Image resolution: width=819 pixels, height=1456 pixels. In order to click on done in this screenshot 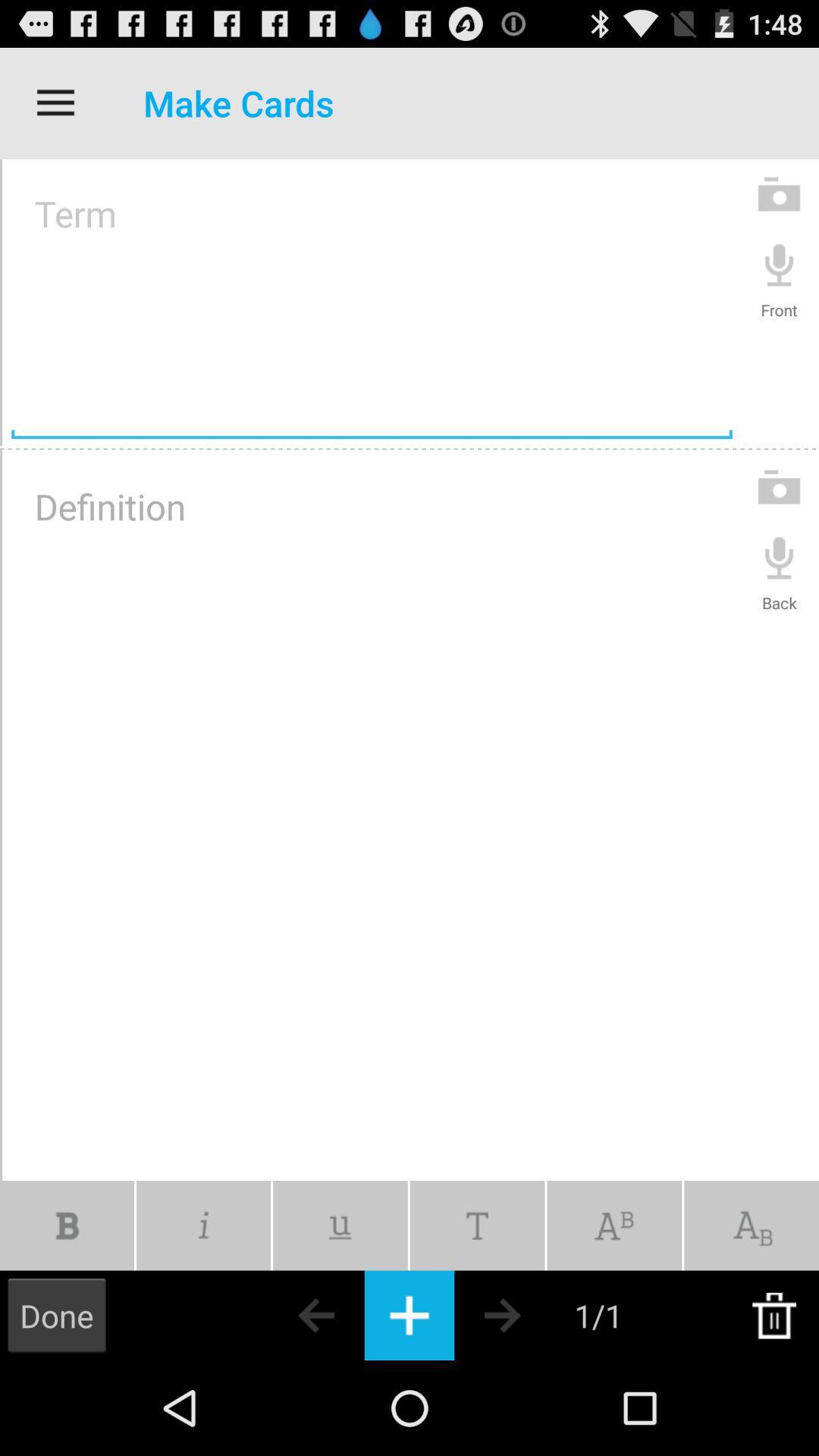, I will do `click(55, 1314)`.